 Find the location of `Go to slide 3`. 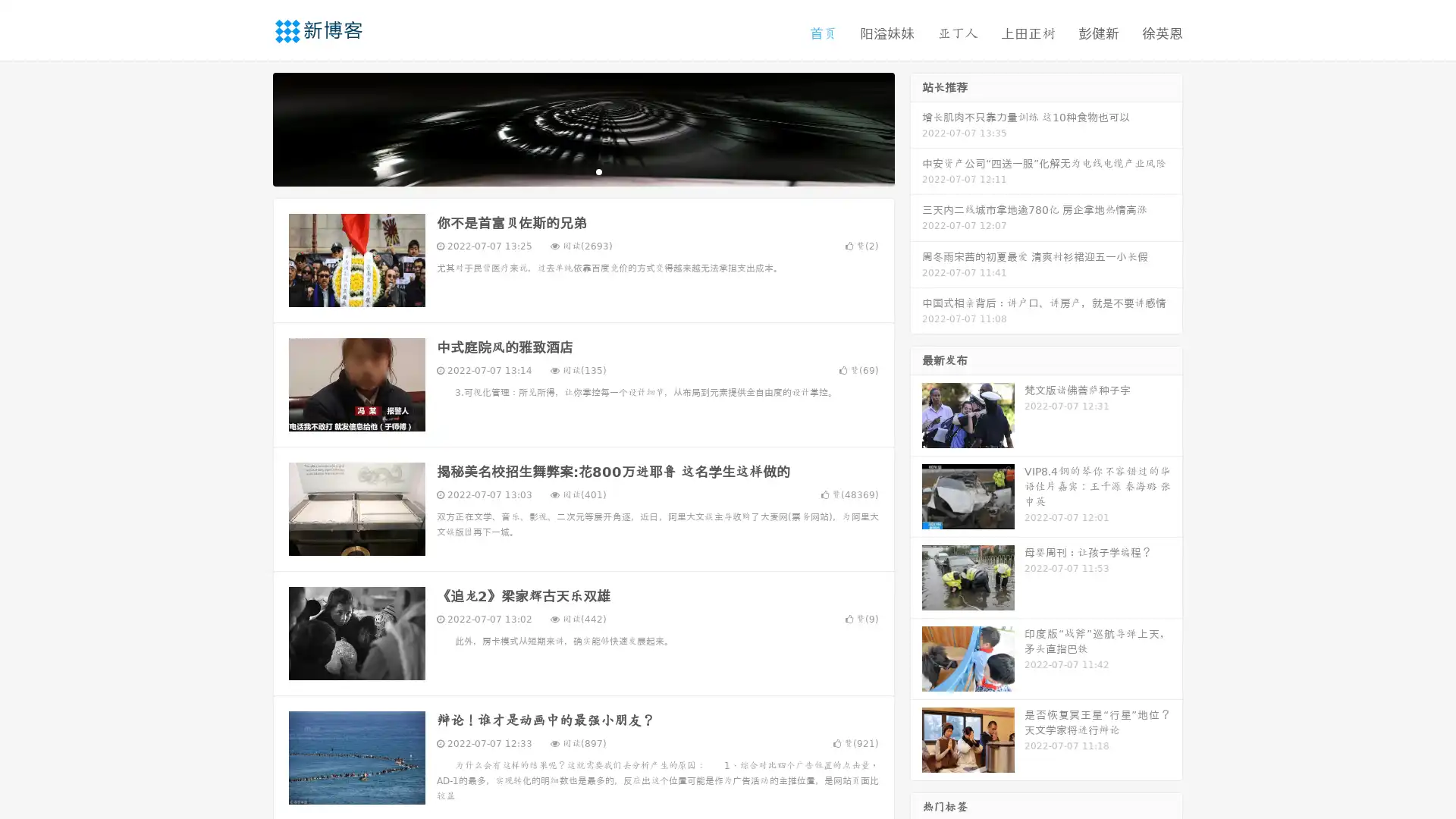

Go to slide 3 is located at coordinates (598, 171).